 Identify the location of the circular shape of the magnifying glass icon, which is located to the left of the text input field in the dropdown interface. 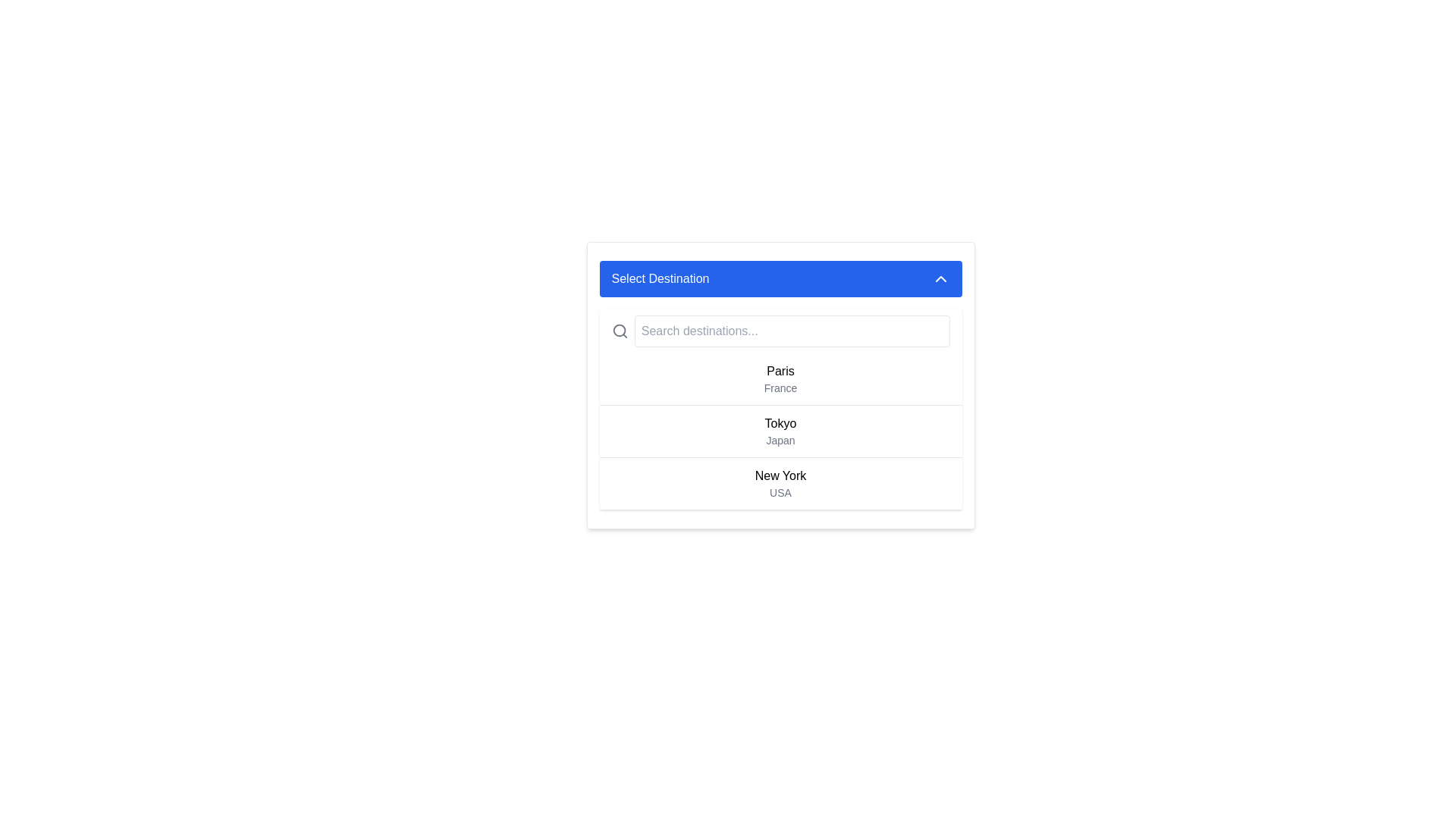
(619, 330).